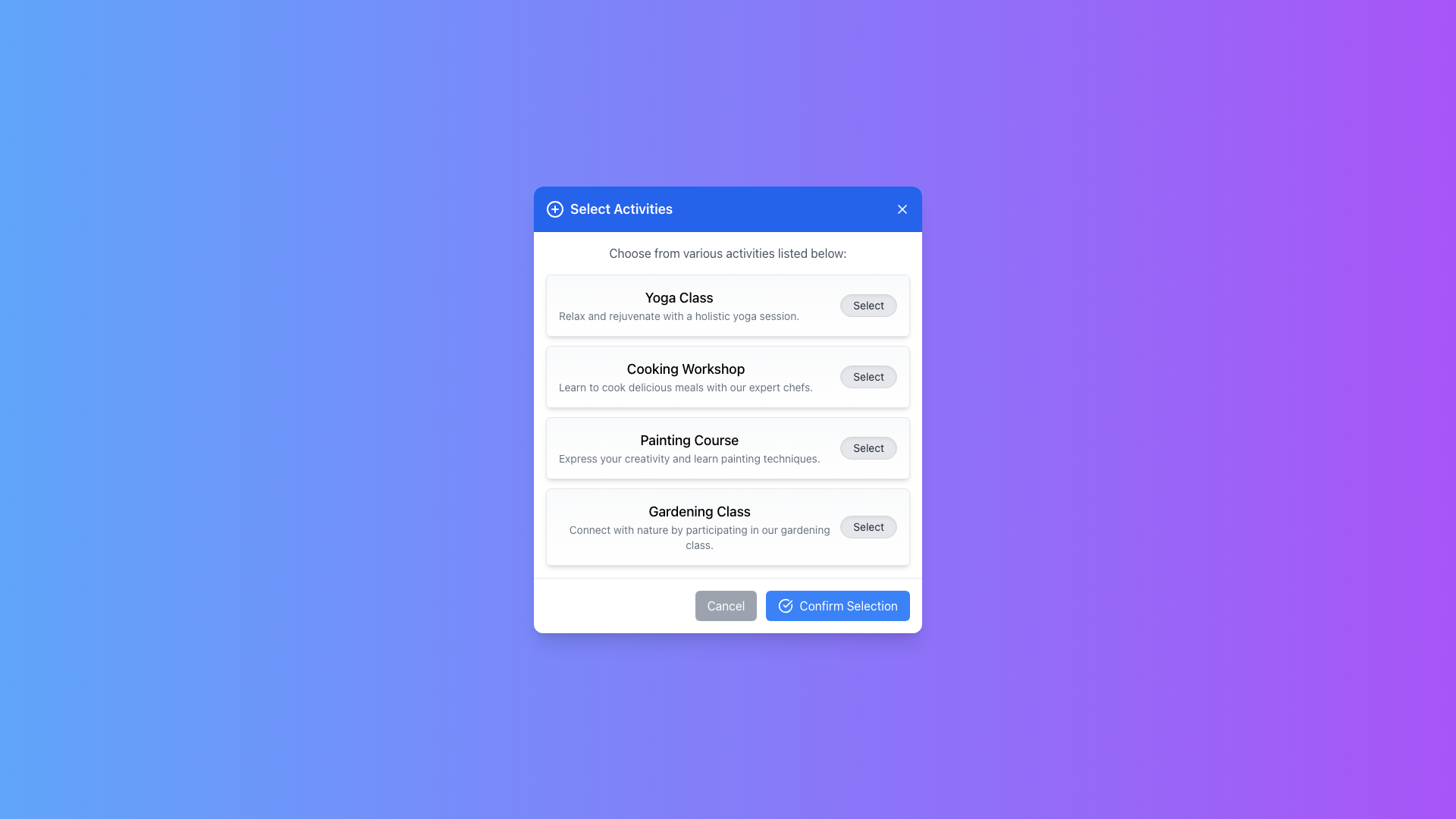 This screenshot has width=1456, height=819. I want to click on the static text label that provides descriptive information about the 'Gardening Class' activity, located beneath the title 'Gardening Class' and above the selection button in the card-like block, so click(698, 536).